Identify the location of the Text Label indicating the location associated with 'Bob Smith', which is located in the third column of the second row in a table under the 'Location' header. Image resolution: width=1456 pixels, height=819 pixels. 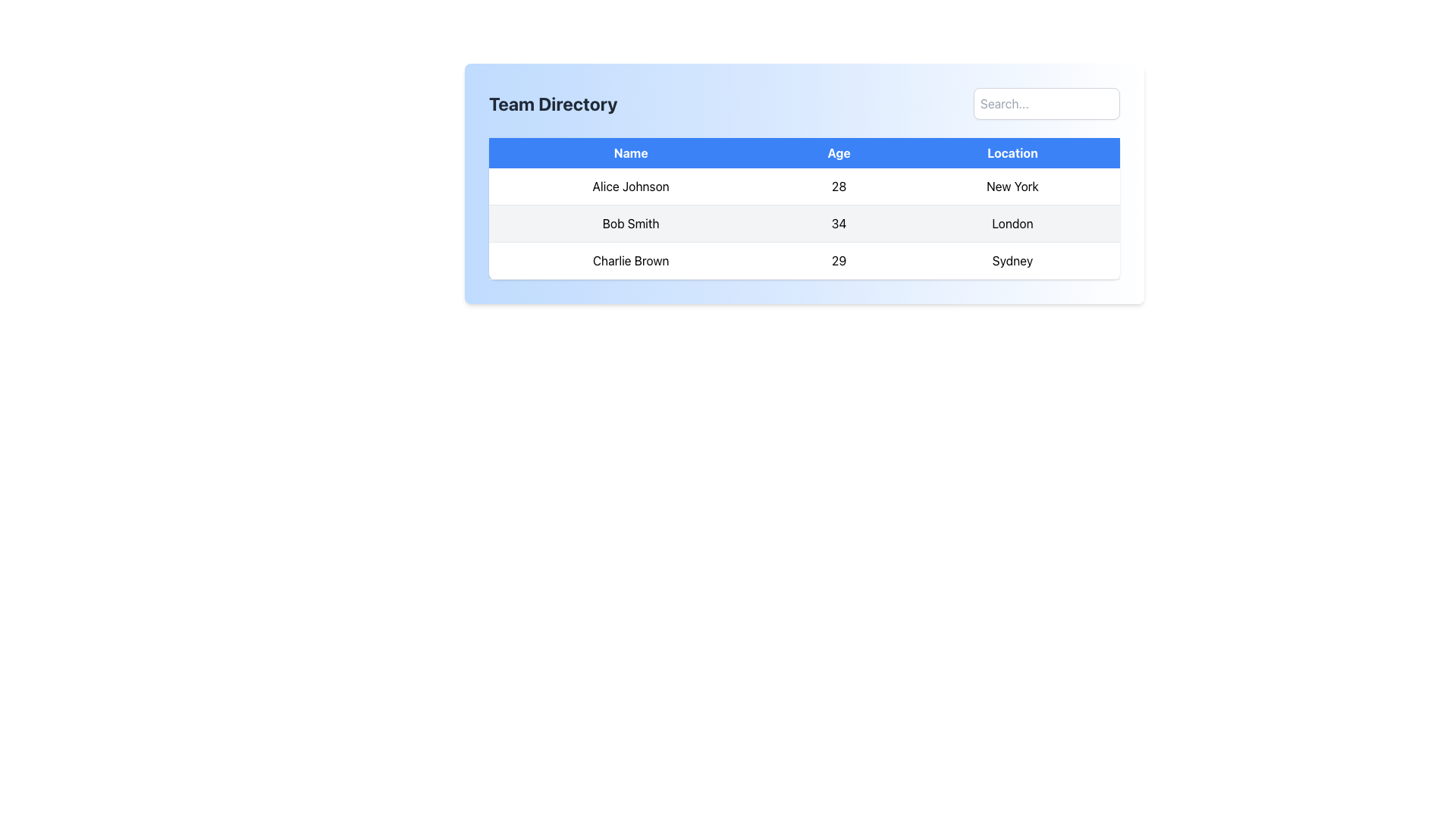
(1012, 223).